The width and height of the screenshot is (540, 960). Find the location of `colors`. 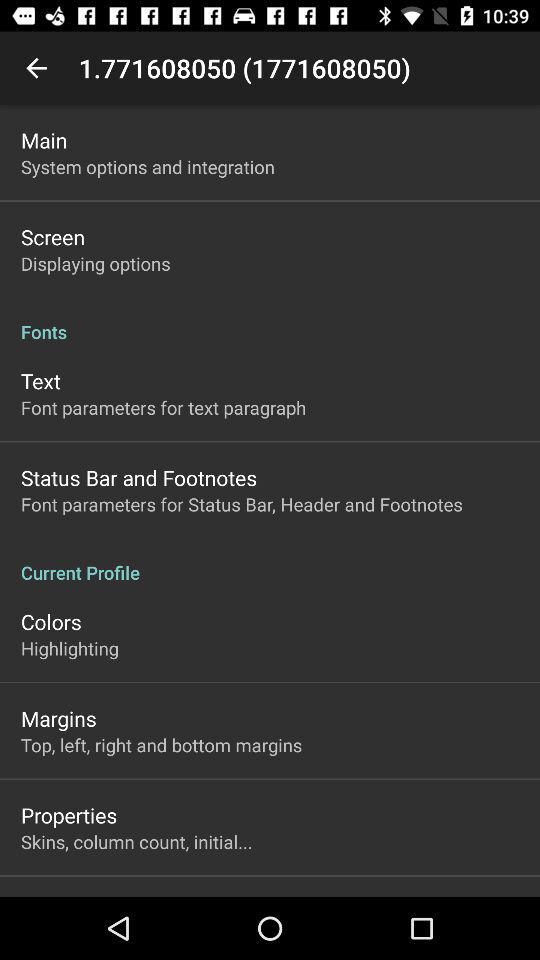

colors is located at coordinates (51, 620).